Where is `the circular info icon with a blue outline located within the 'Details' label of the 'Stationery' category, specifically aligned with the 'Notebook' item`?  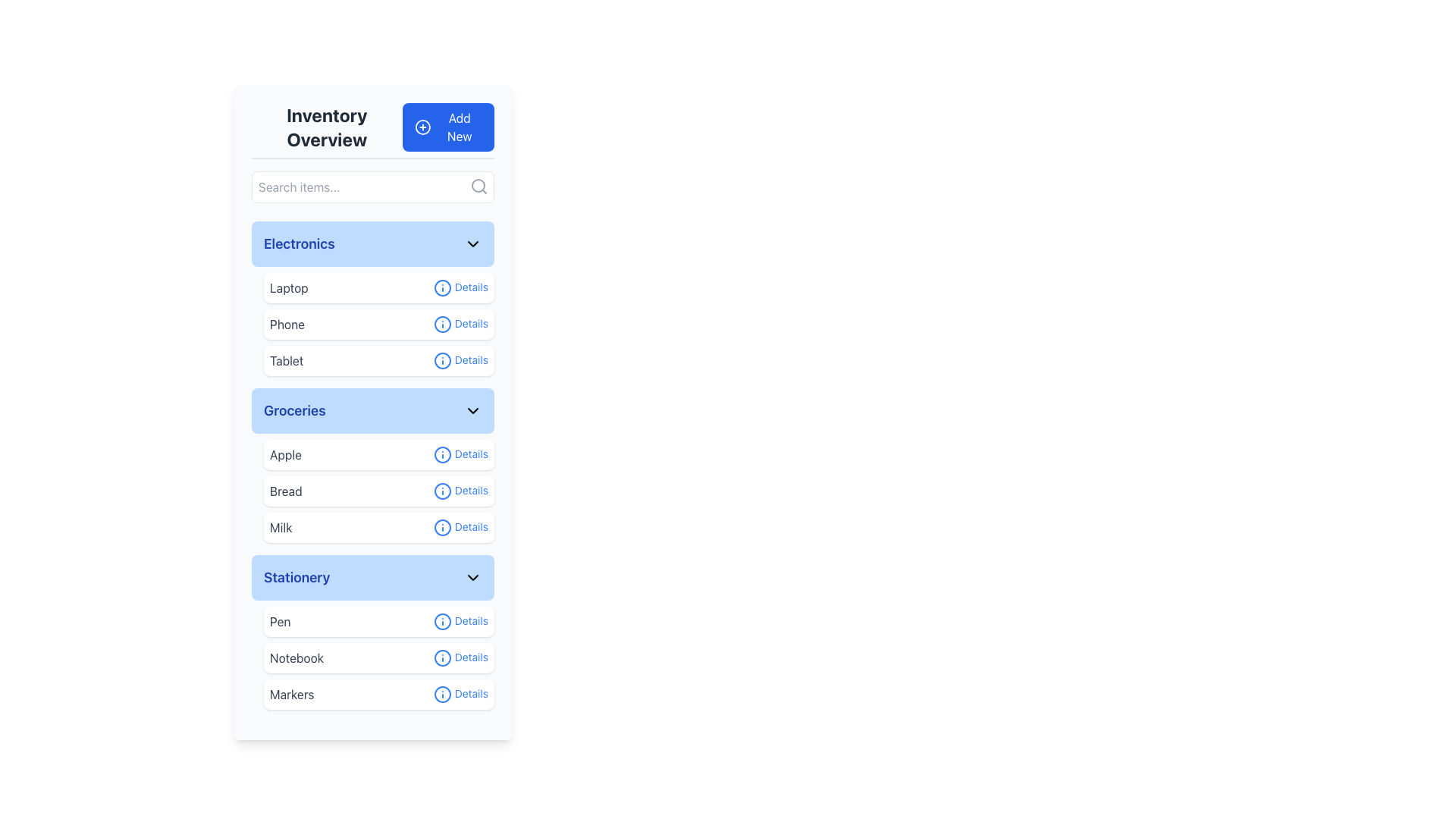 the circular info icon with a blue outline located within the 'Details' label of the 'Stationery' category, specifically aligned with the 'Notebook' item is located at coordinates (441, 657).